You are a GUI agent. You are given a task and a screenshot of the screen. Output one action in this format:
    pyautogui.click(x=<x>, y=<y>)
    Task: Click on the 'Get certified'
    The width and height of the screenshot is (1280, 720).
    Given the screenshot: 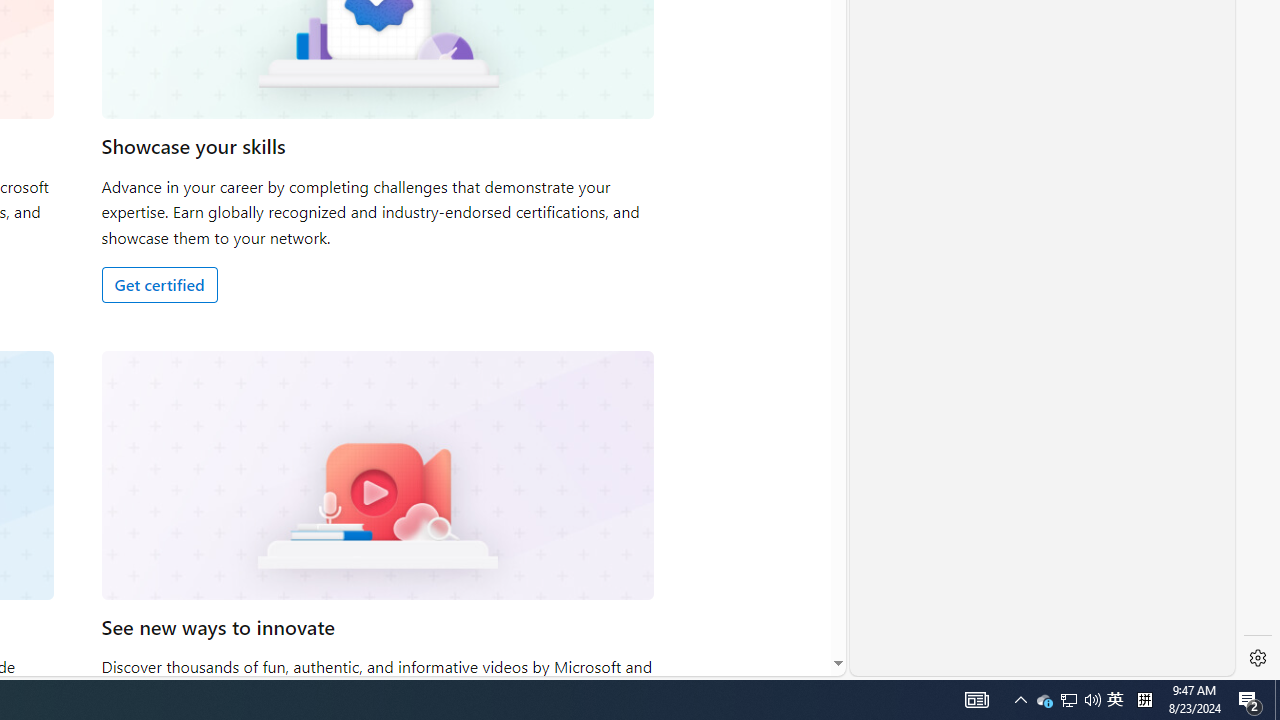 What is the action you would take?
    pyautogui.click(x=158, y=284)
    